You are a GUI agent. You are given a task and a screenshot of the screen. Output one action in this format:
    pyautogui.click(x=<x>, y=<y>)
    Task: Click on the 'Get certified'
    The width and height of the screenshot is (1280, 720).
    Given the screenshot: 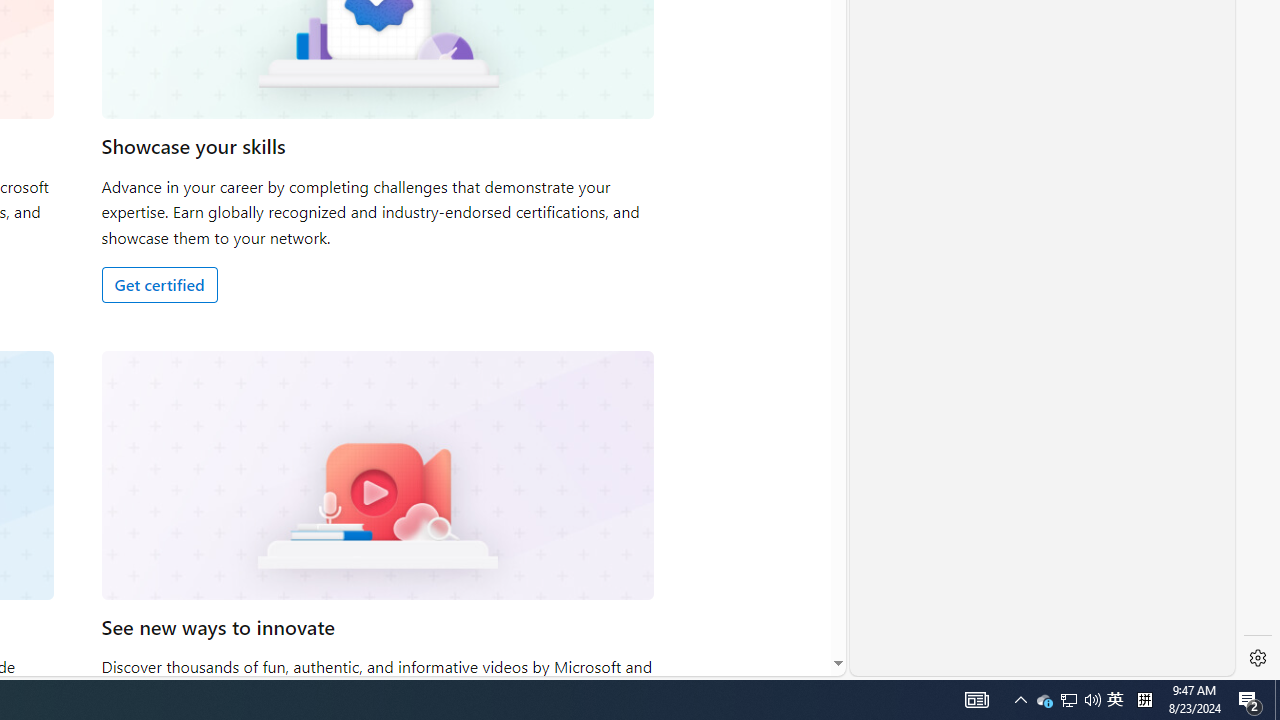 What is the action you would take?
    pyautogui.click(x=158, y=284)
    